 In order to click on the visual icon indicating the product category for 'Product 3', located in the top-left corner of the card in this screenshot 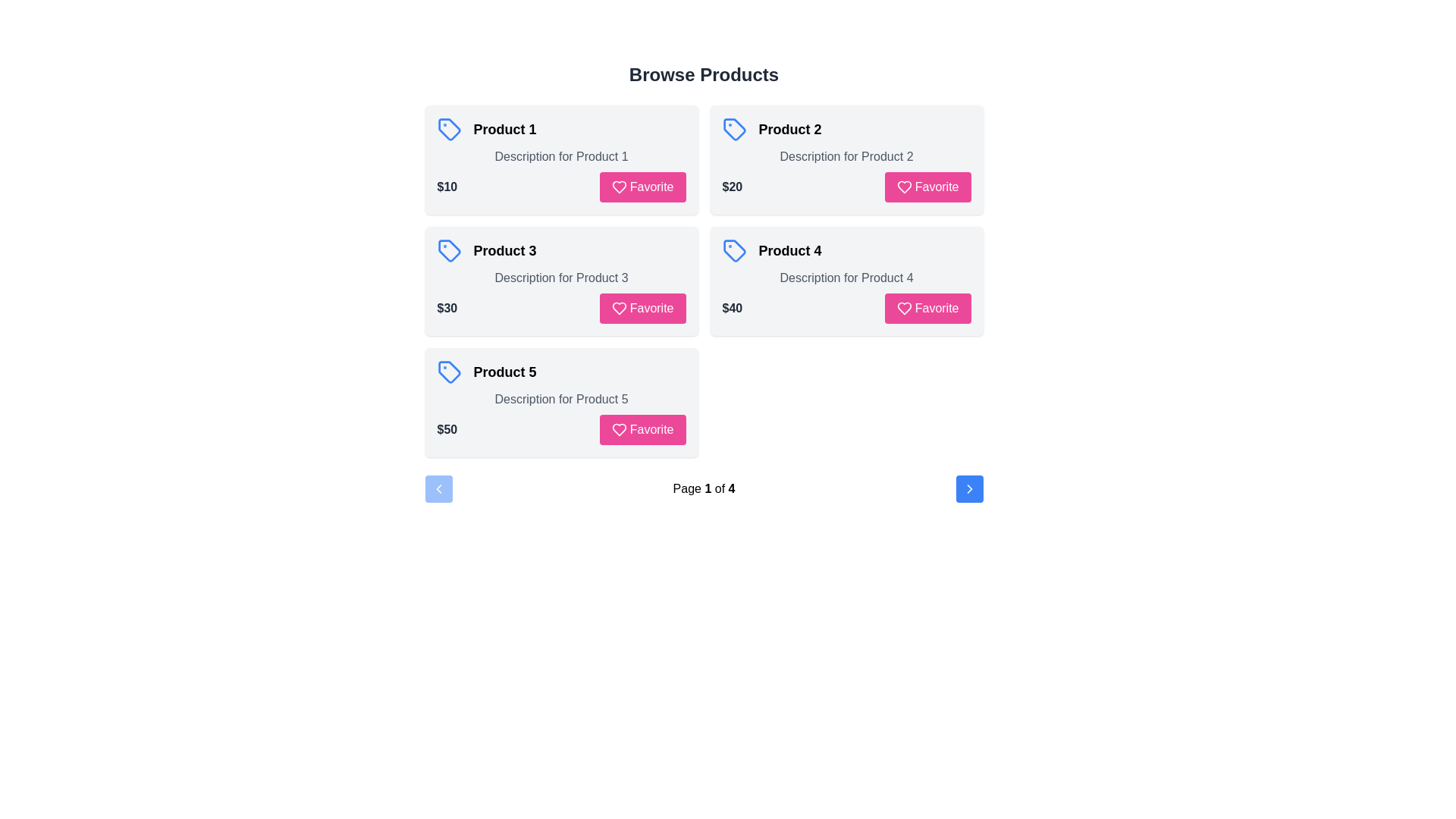, I will do `click(448, 250)`.